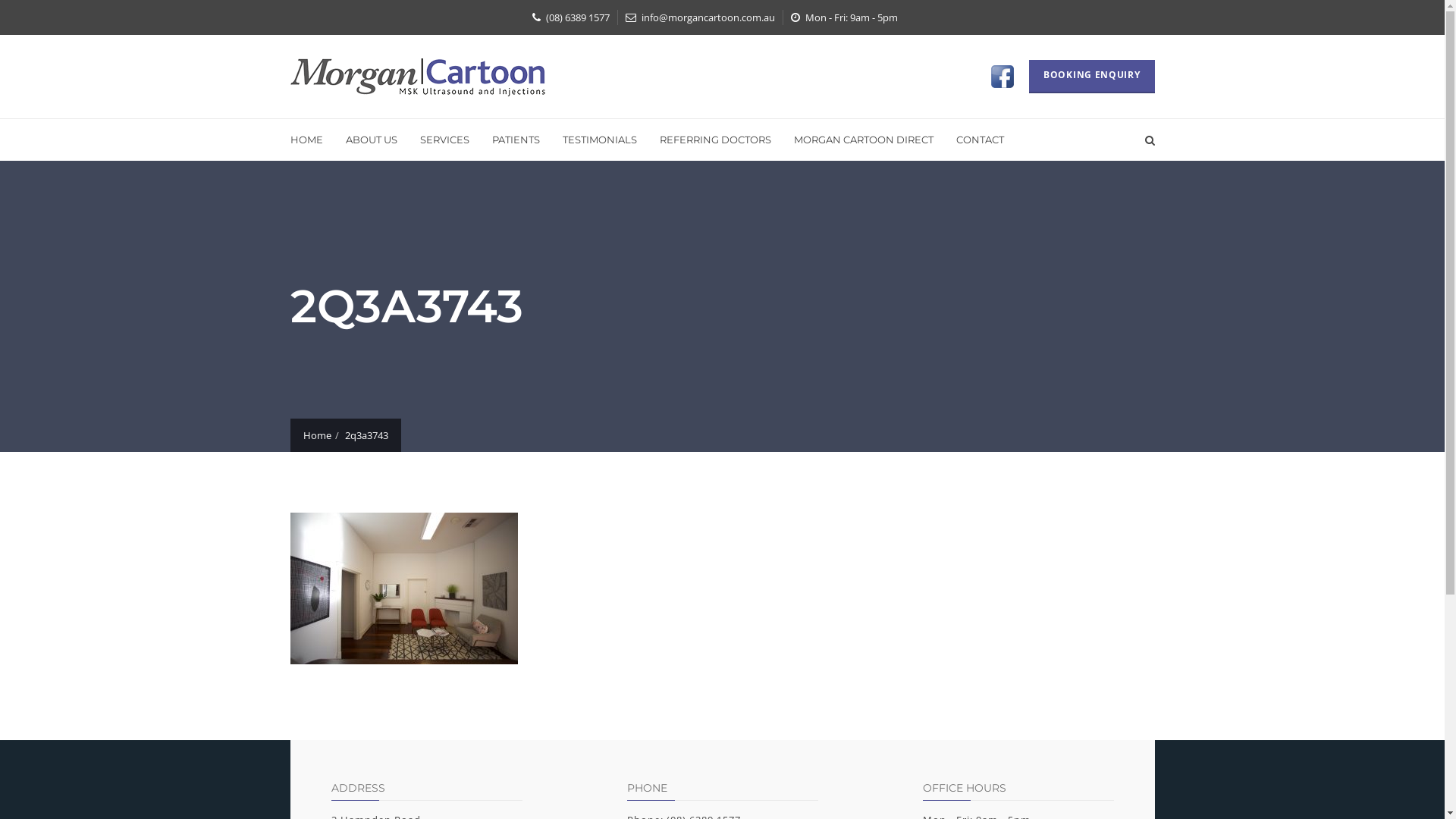  Describe the element at coordinates (863, 140) in the screenshot. I see `'MORGAN CARTOON DIRECT'` at that location.